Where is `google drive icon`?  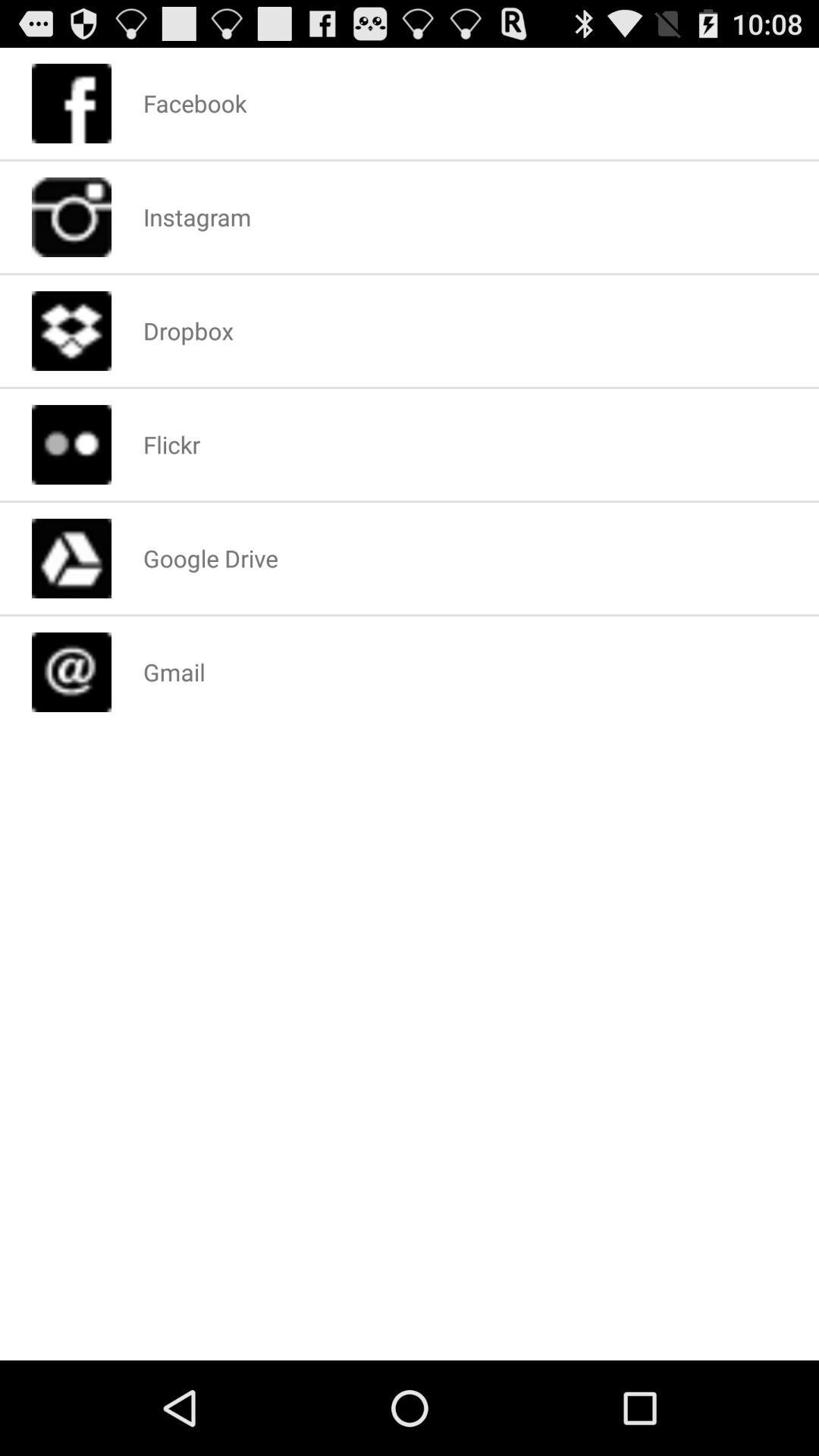
google drive icon is located at coordinates (210, 557).